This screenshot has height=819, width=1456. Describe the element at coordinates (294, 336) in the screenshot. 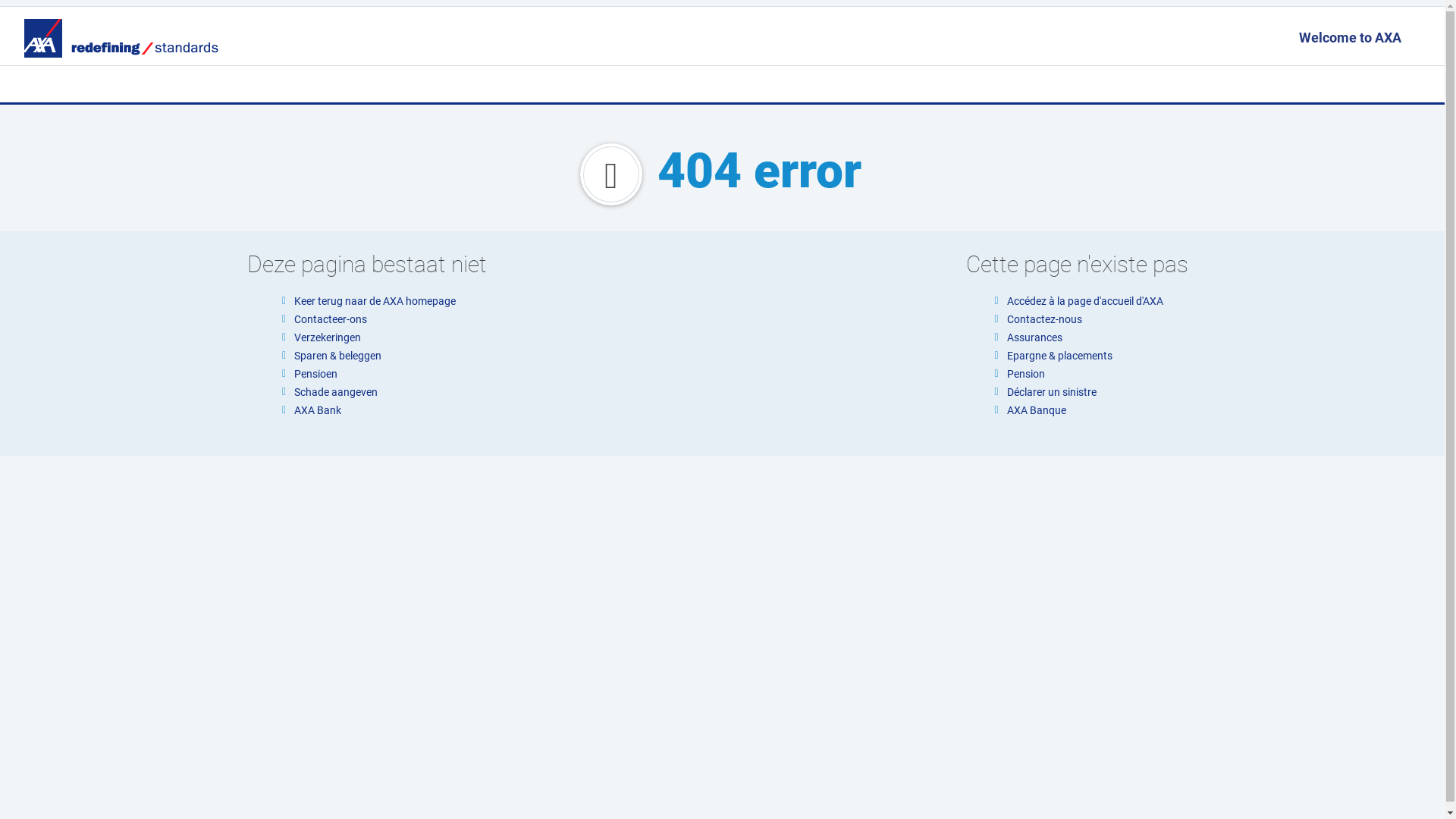

I see `'Verzekeringen'` at that location.